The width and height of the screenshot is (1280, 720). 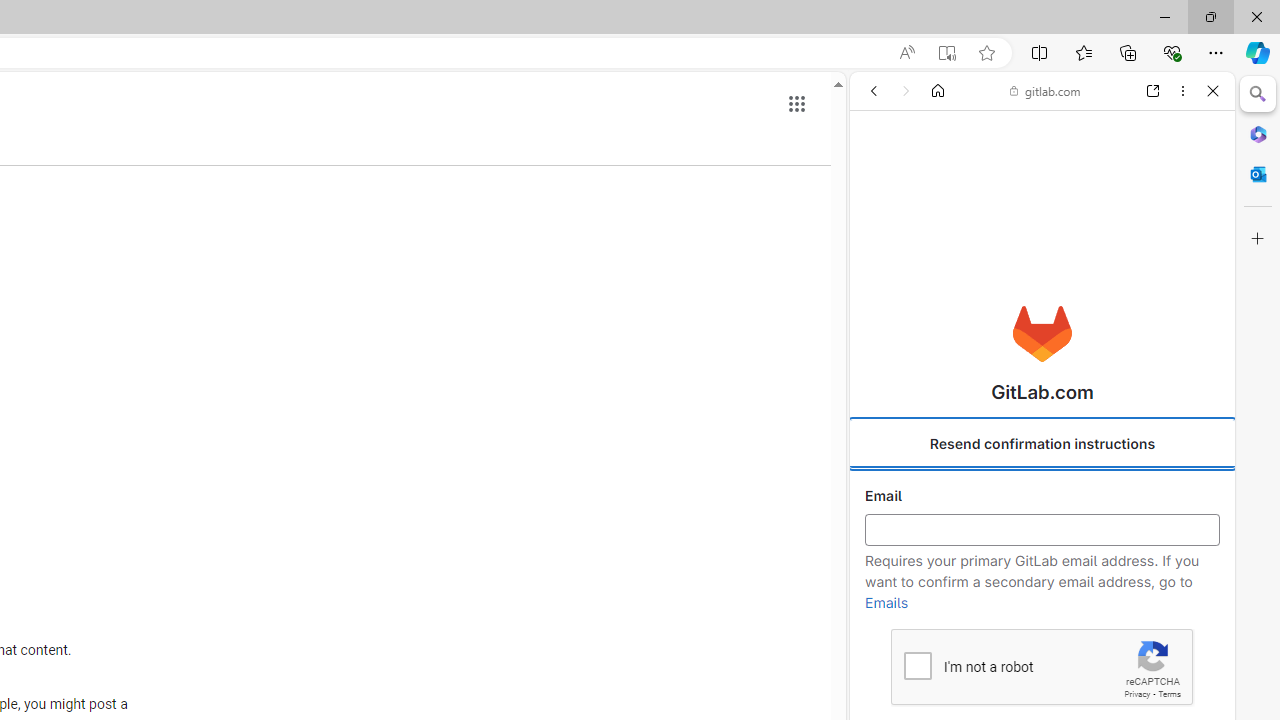 I want to click on 'Microsoft 365', so click(x=1257, y=133).